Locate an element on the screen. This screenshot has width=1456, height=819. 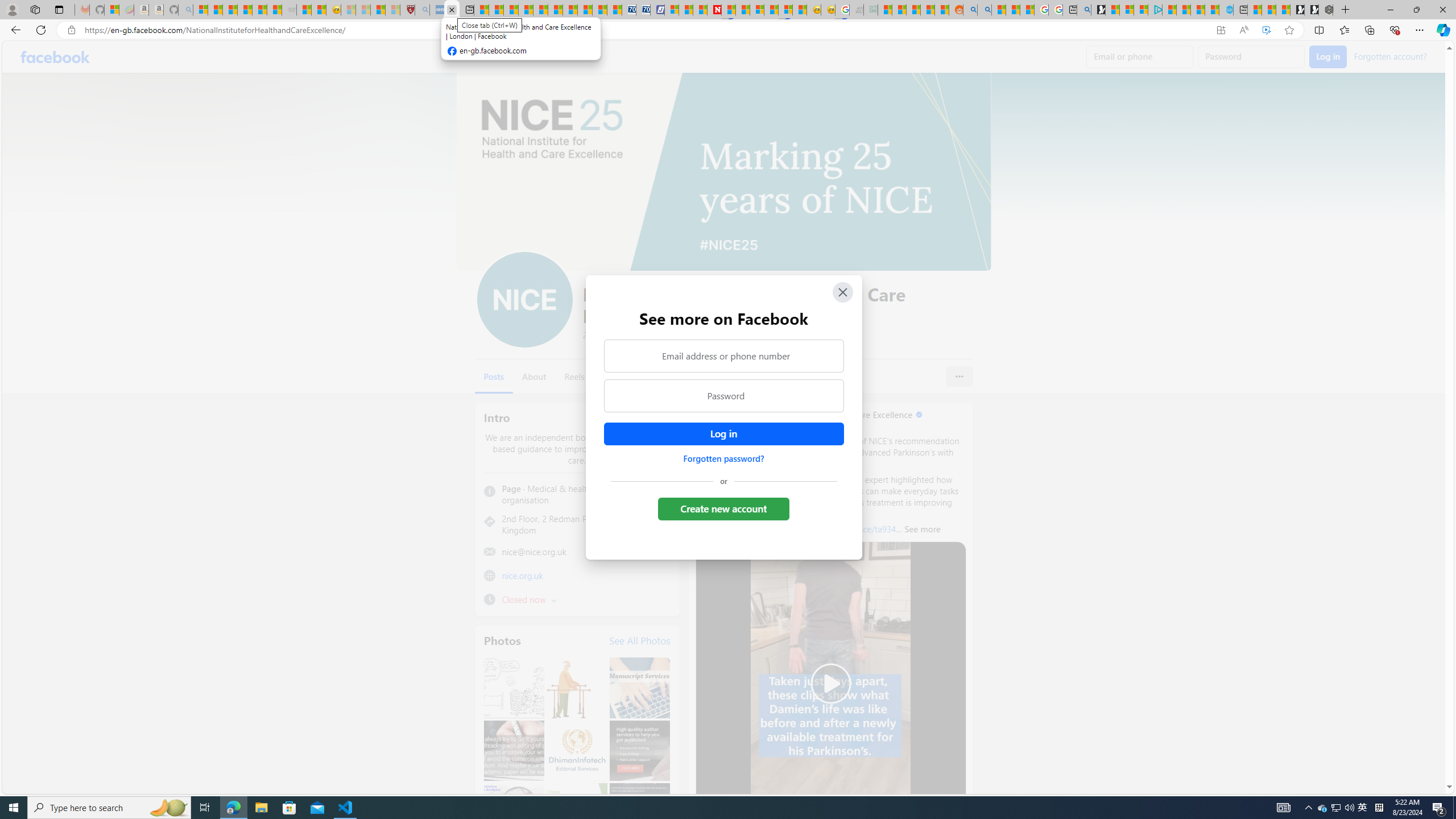
'Password' is located at coordinates (723, 396).